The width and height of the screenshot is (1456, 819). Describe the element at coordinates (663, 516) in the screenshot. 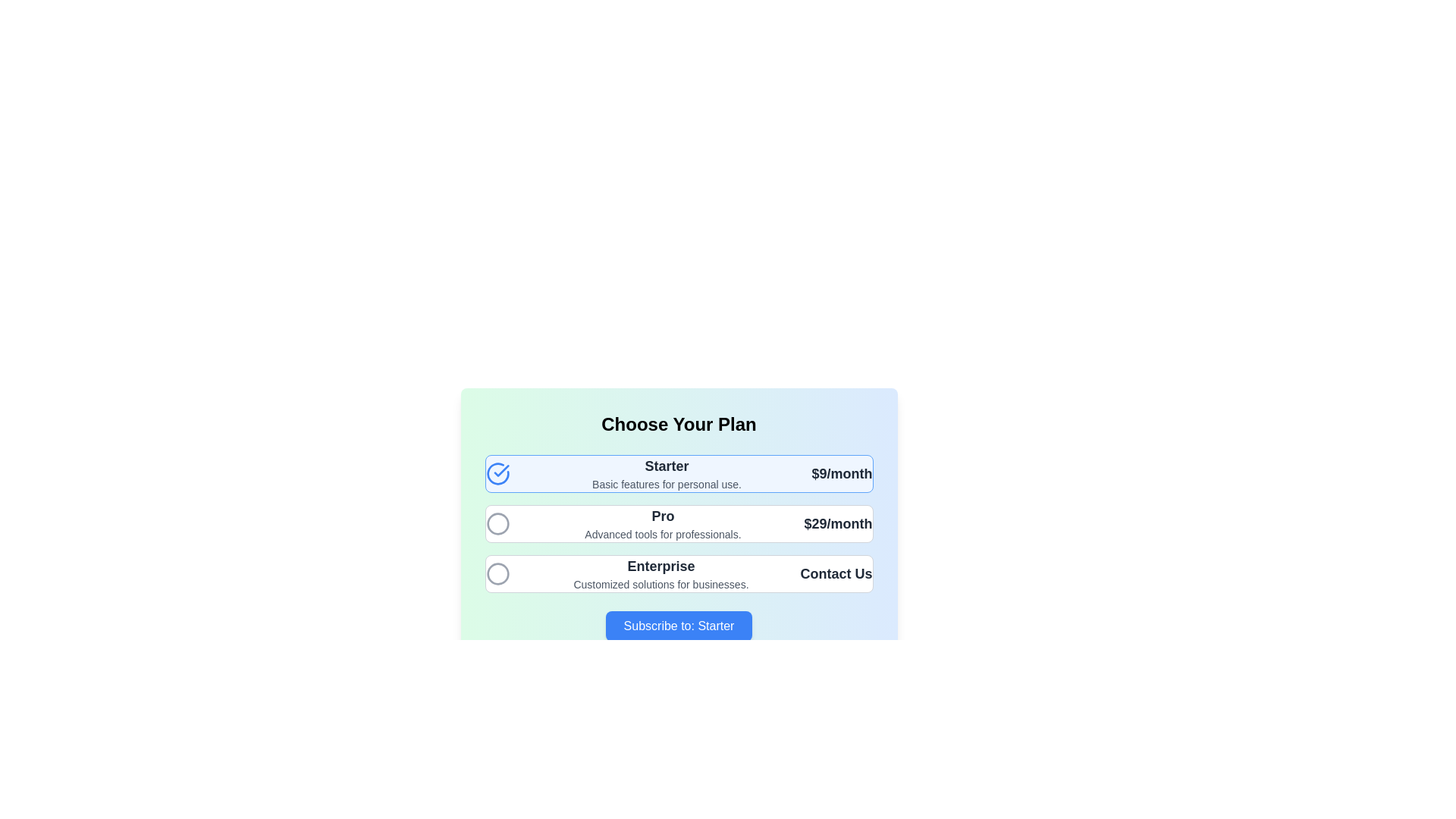

I see `the static text label indicating the 'Pro' subscription plan, which is centrally positioned among subscription options` at that location.